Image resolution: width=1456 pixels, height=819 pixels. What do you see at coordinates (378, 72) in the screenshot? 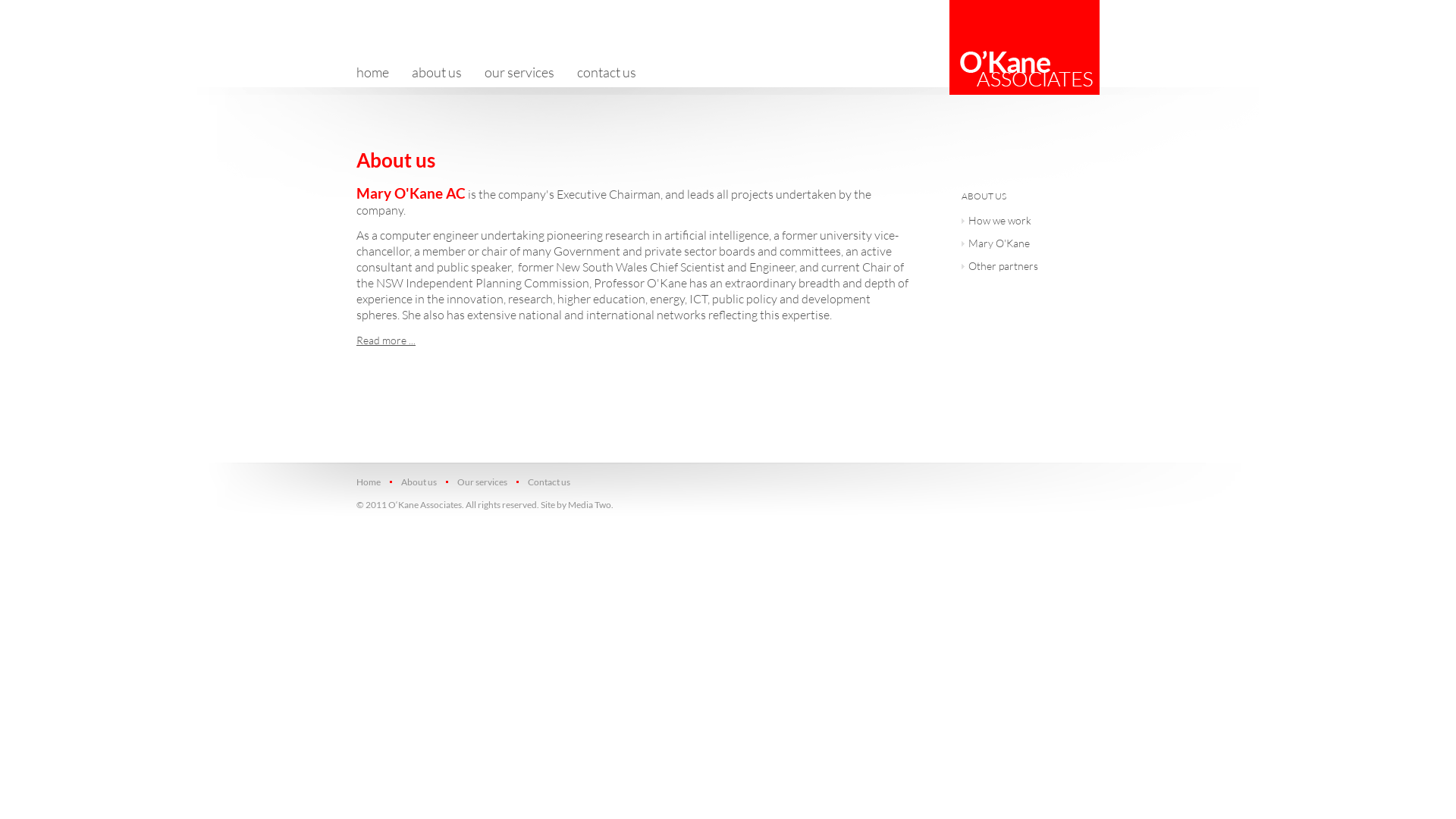
I see `'home'` at bounding box center [378, 72].